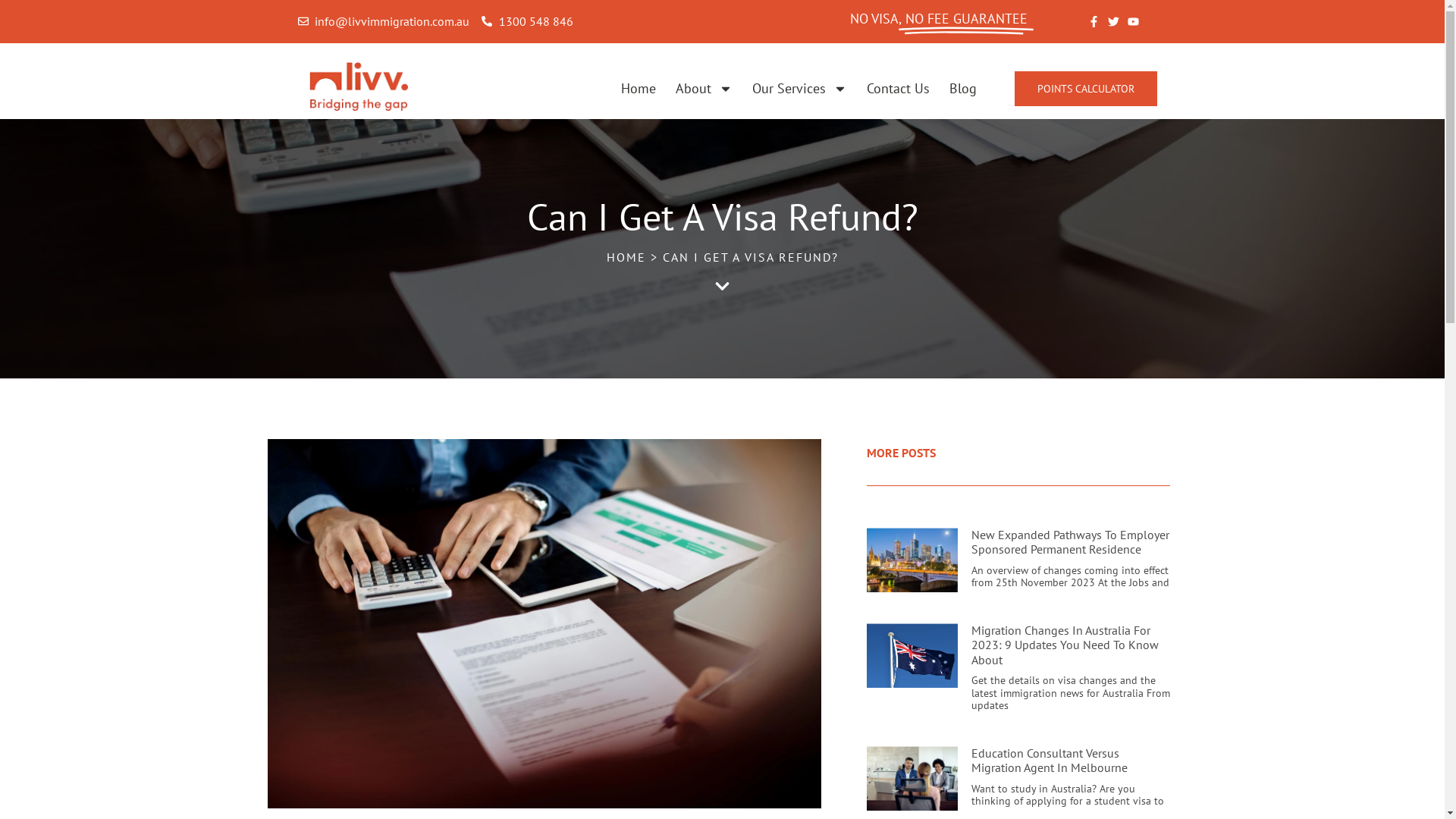 Image resolution: width=1456 pixels, height=819 pixels. Describe the element at coordinates (937, 18) in the screenshot. I see `'NO VISA, NO FEE GUARANTEE'` at that location.